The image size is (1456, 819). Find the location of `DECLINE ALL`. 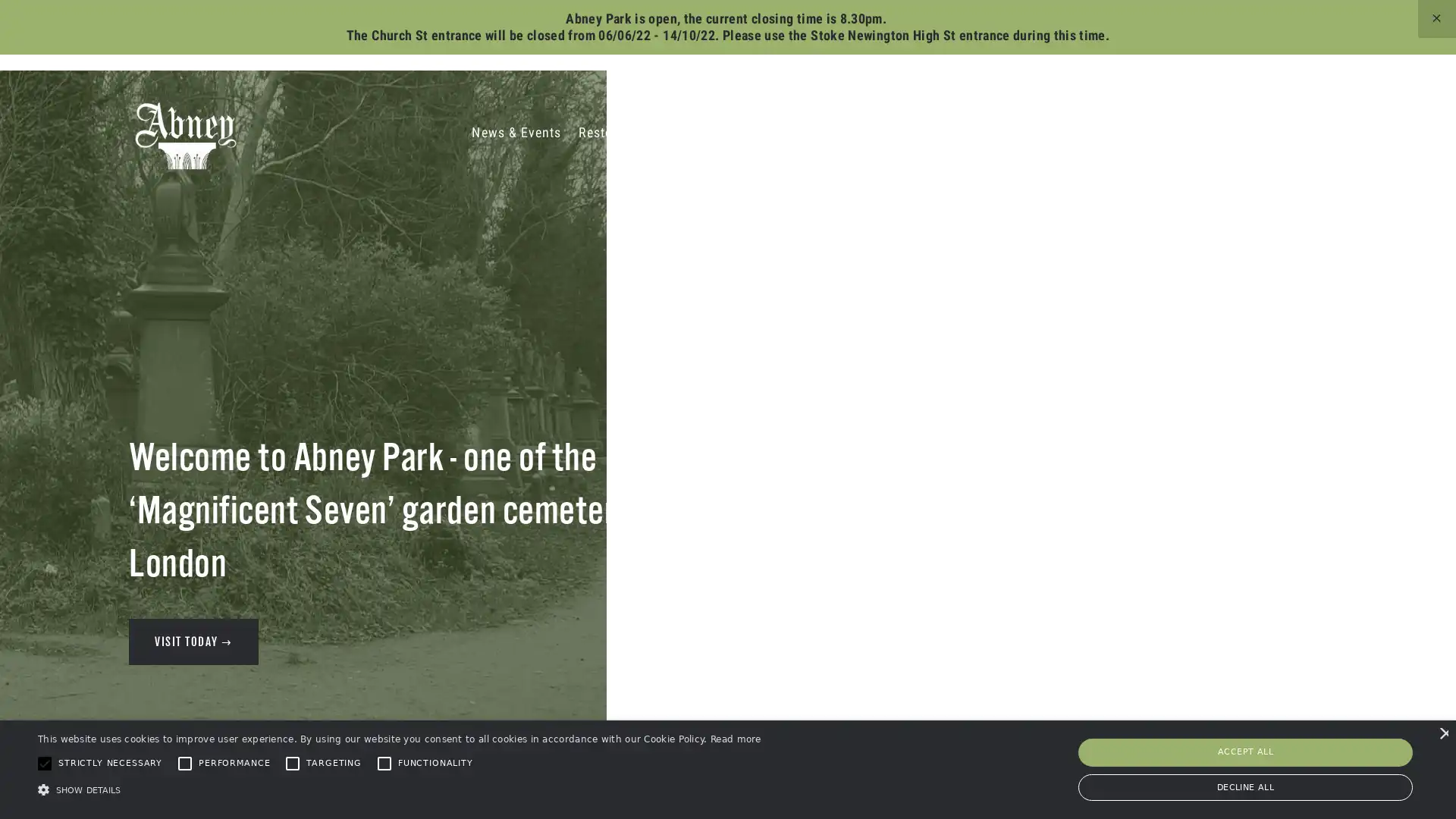

DECLINE ALL is located at coordinates (1245, 786).